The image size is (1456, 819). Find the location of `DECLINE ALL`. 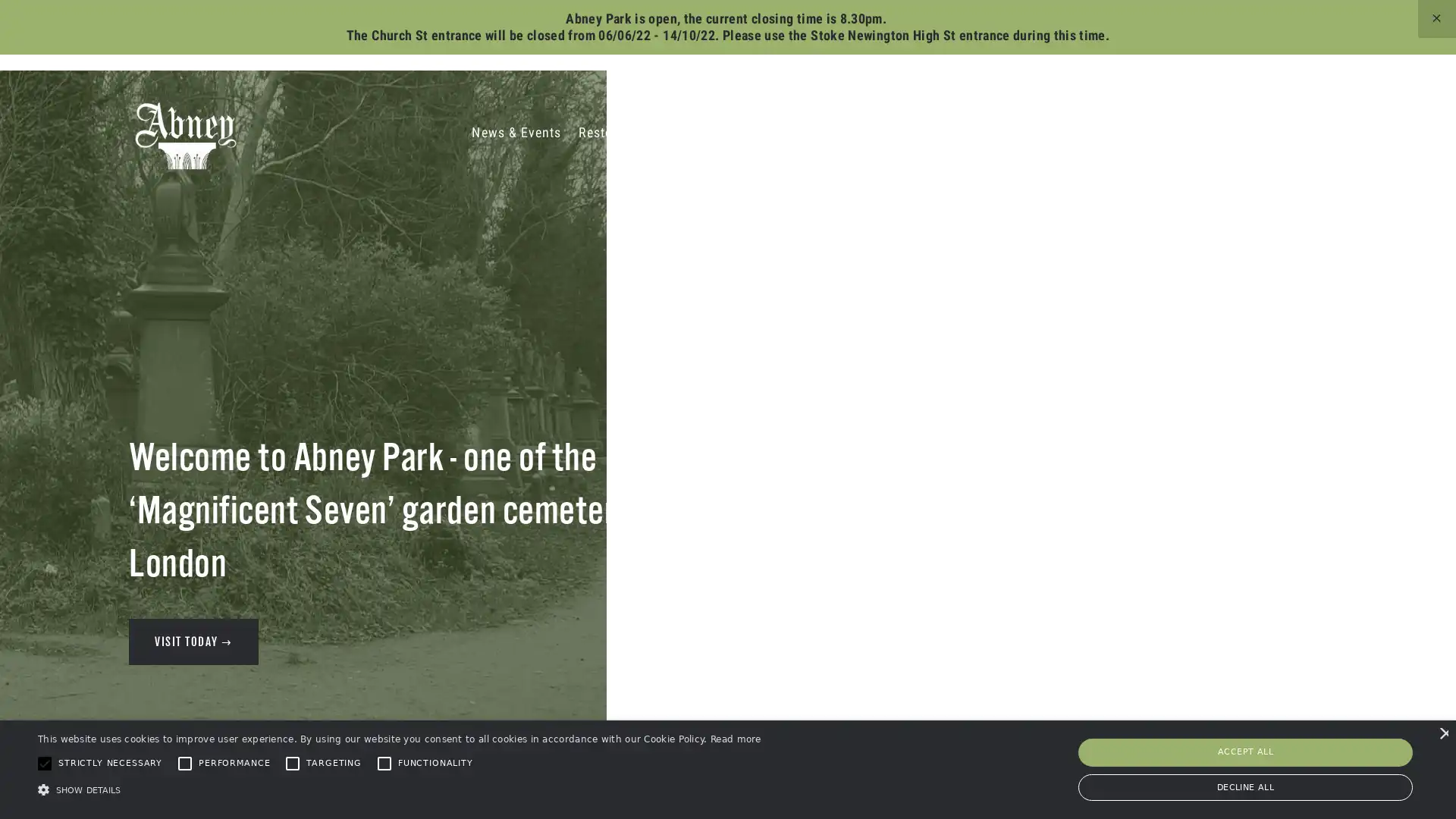

DECLINE ALL is located at coordinates (1245, 786).